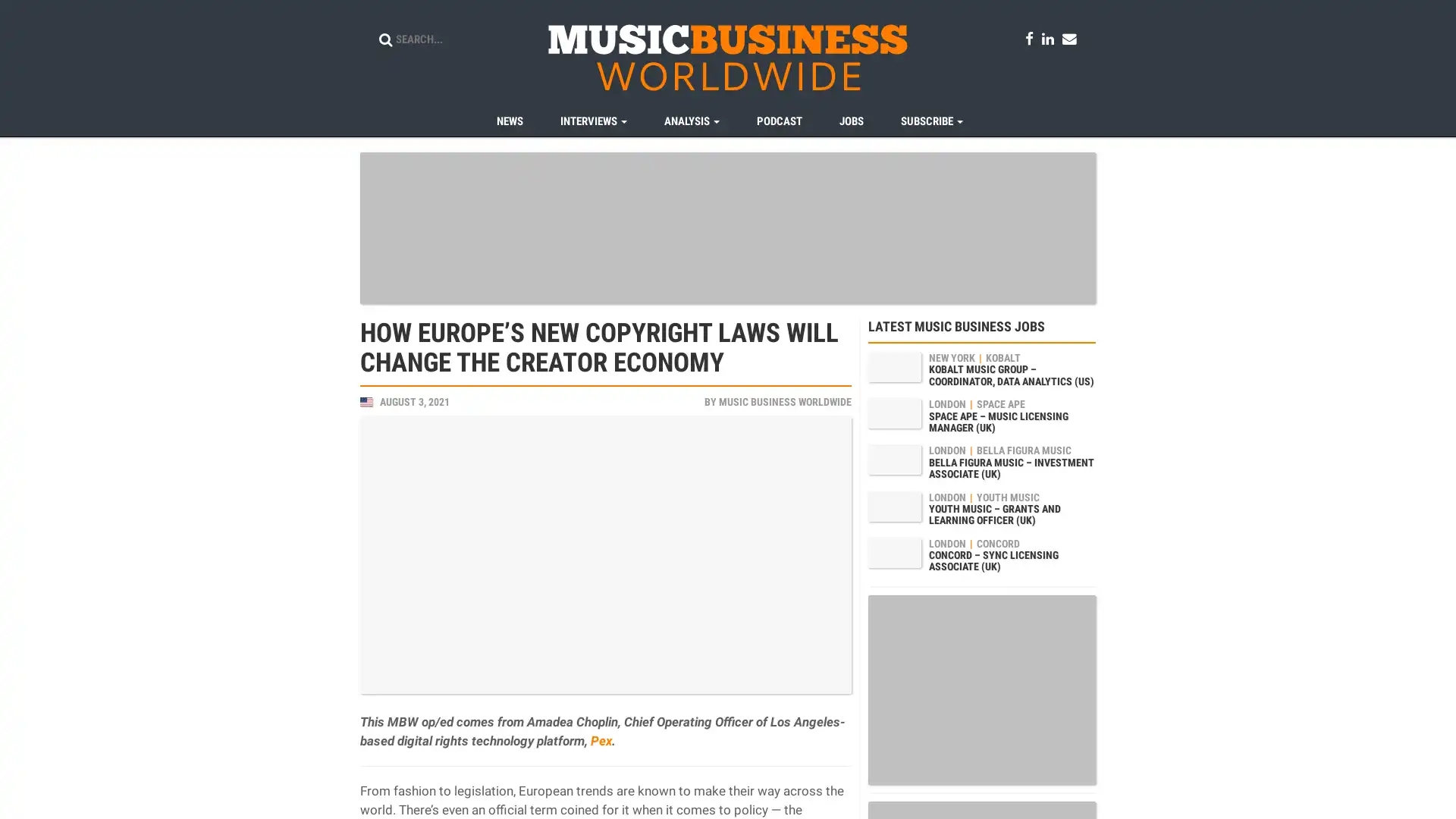 The height and width of the screenshot is (819, 1456). What do you see at coordinates (1380, 792) in the screenshot?
I see `dismiss cookie message` at bounding box center [1380, 792].